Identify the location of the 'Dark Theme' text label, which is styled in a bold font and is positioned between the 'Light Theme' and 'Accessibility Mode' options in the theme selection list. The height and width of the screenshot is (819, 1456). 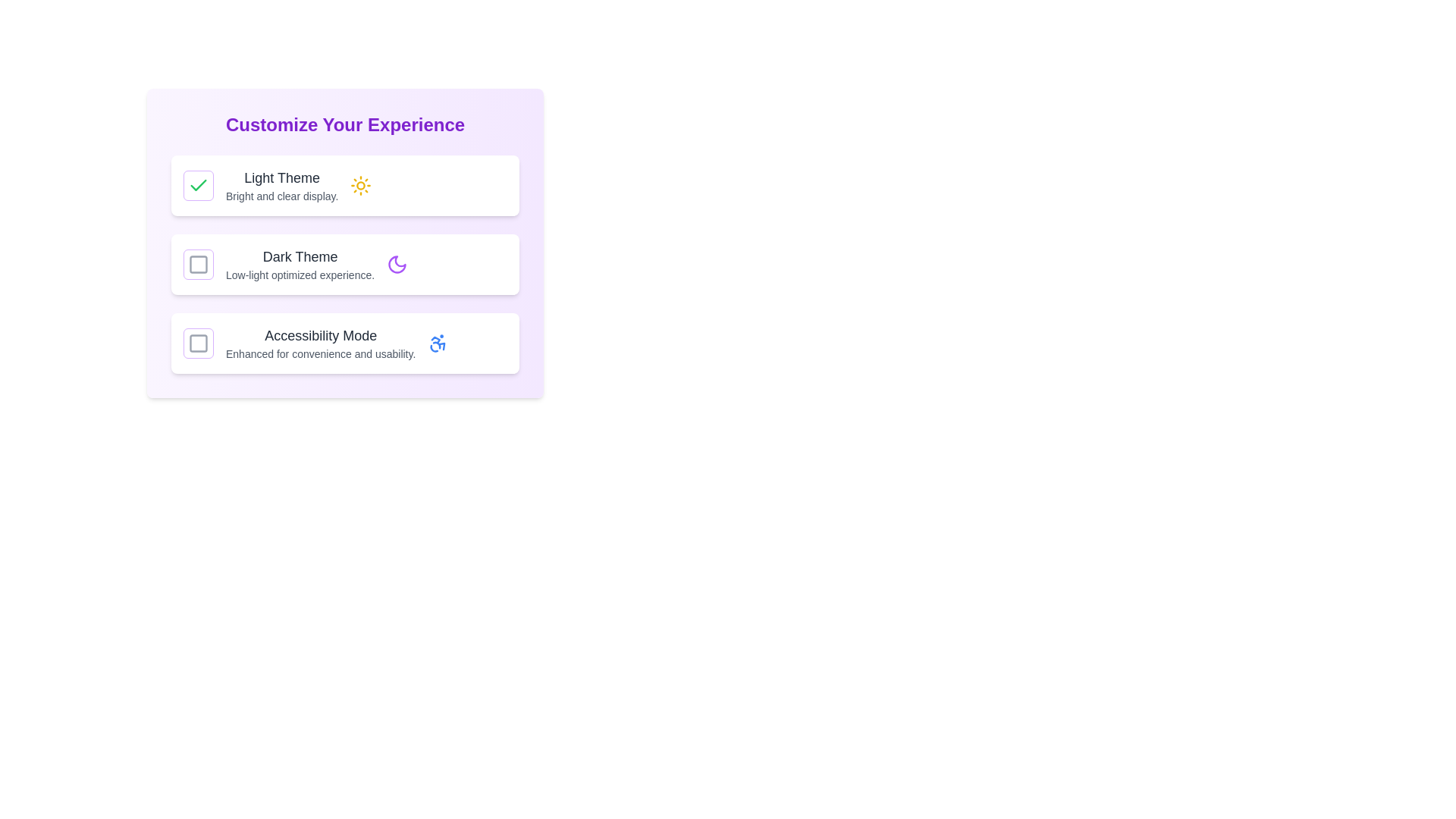
(300, 263).